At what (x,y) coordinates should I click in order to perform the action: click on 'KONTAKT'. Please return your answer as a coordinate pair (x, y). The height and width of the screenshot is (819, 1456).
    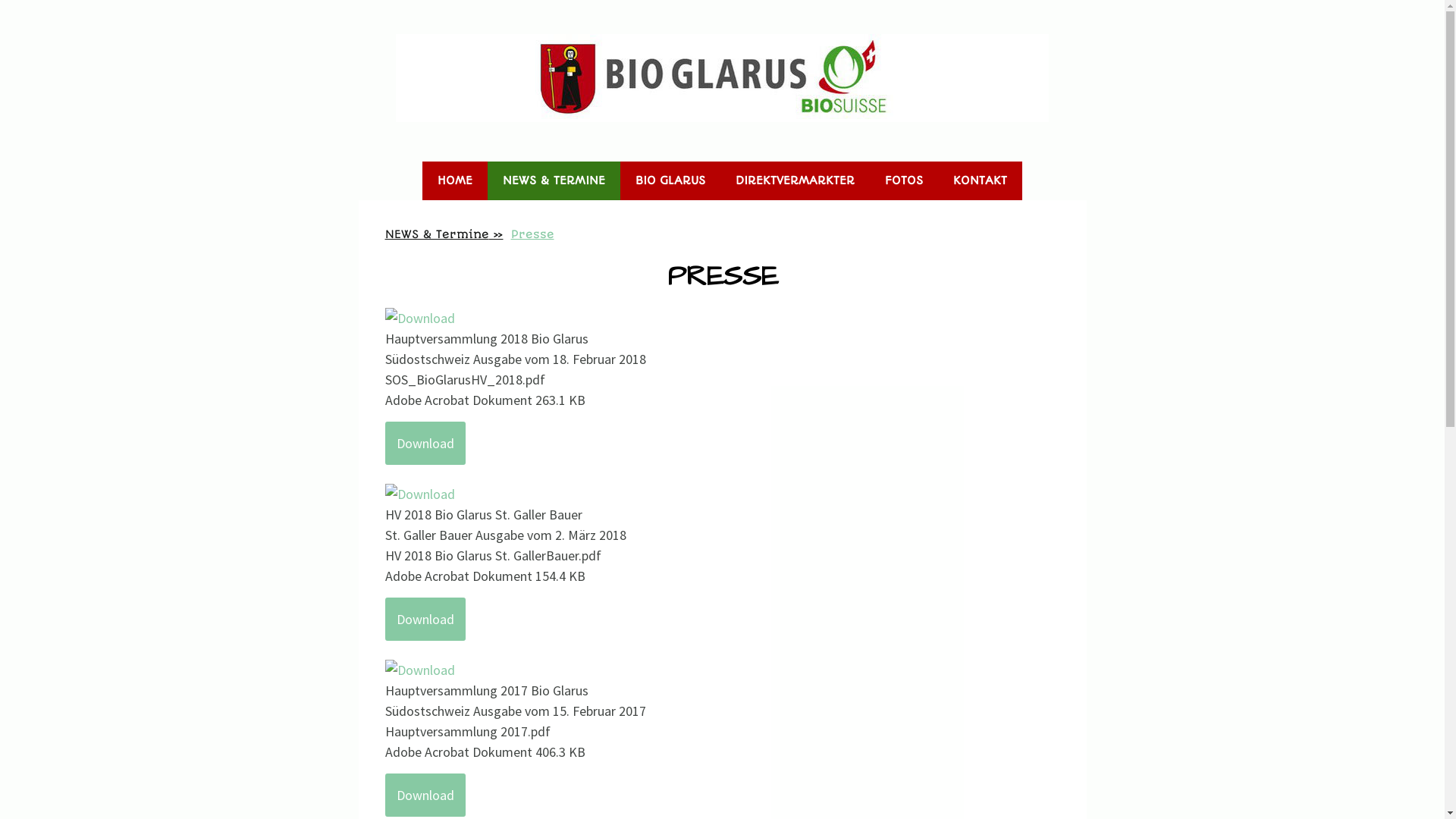
    Looking at the image, I should click on (937, 180).